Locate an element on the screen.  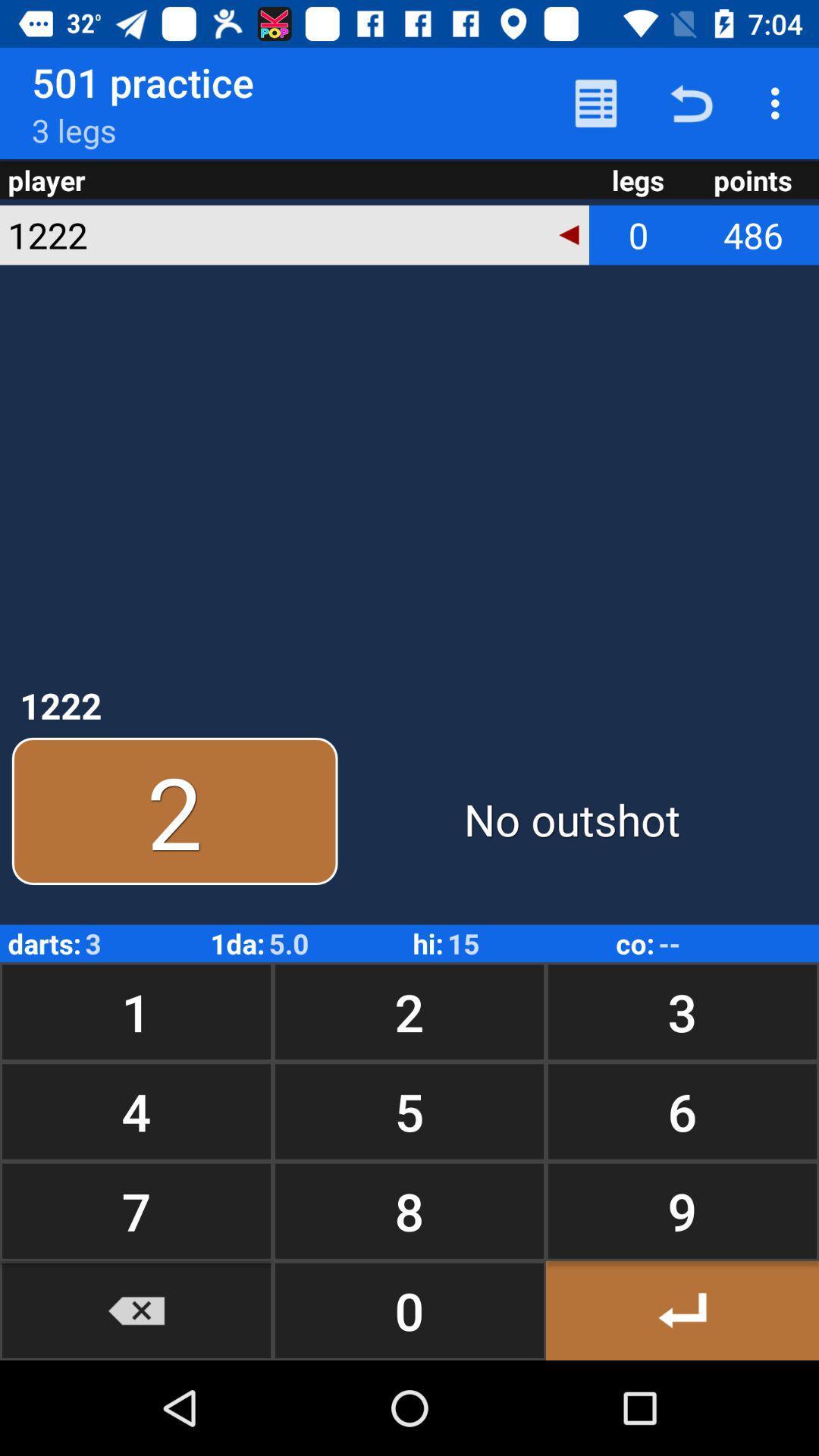
button to the right of 8 button is located at coordinates (681, 1310).